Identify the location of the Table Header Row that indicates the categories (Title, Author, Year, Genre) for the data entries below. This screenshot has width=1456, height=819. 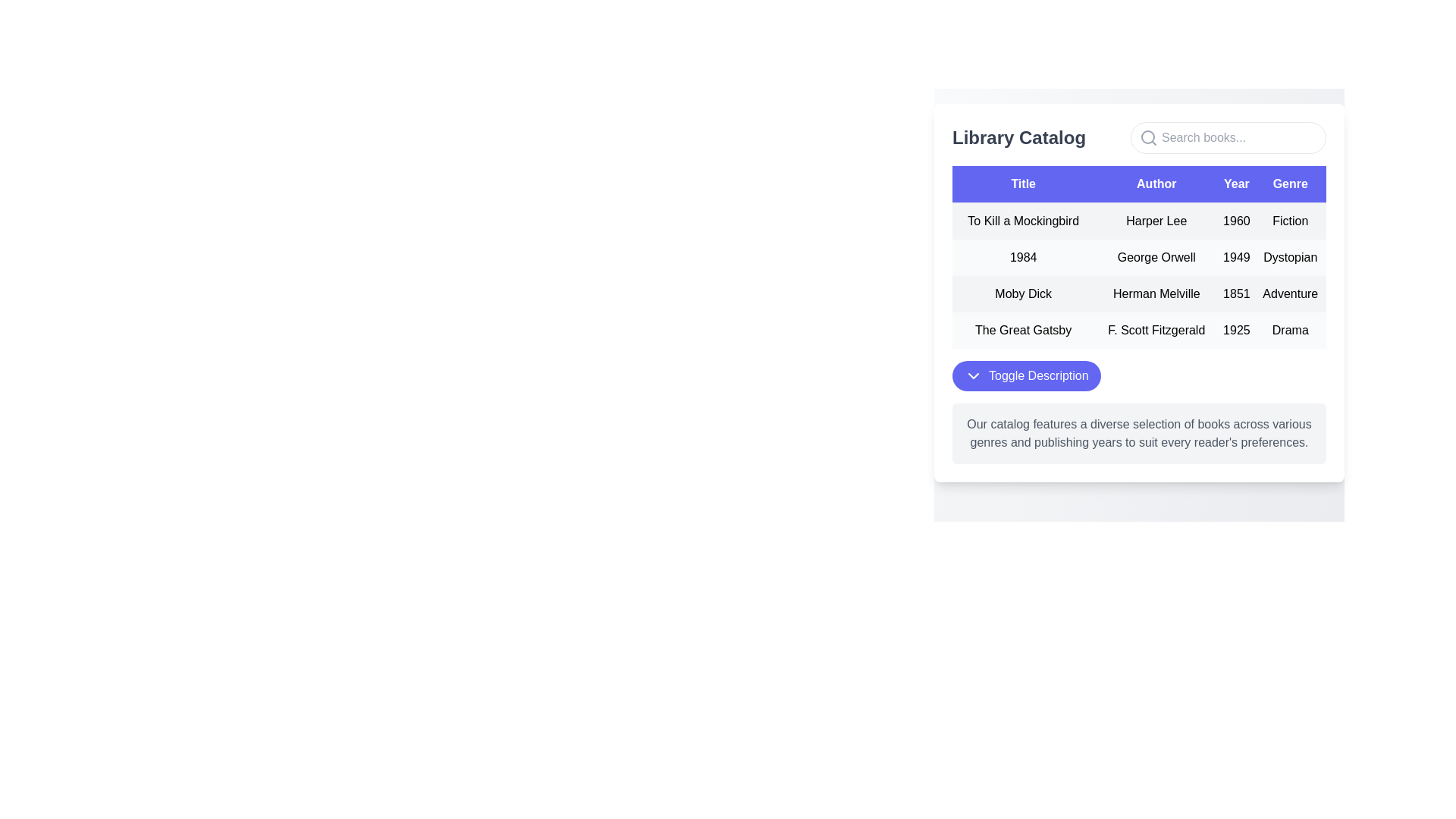
(1139, 184).